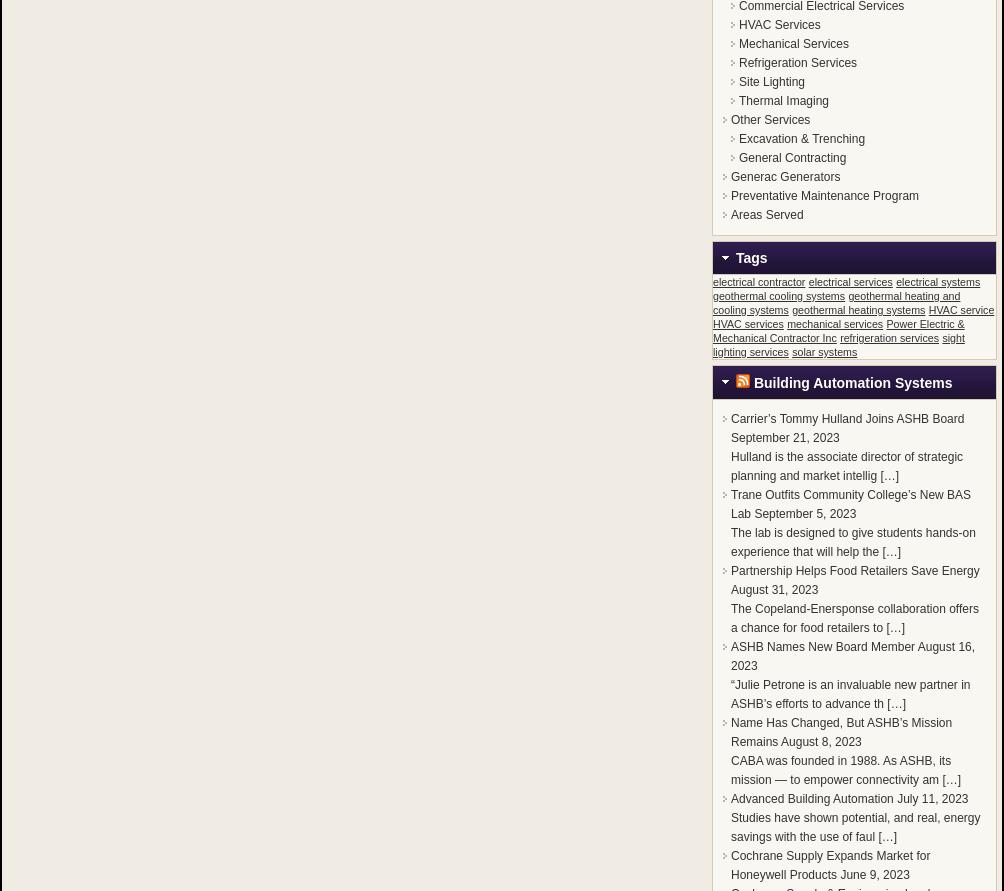  Describe the element at coordinates (759, 281) in the screenshot. I see `'electrical contractor'` at that location.